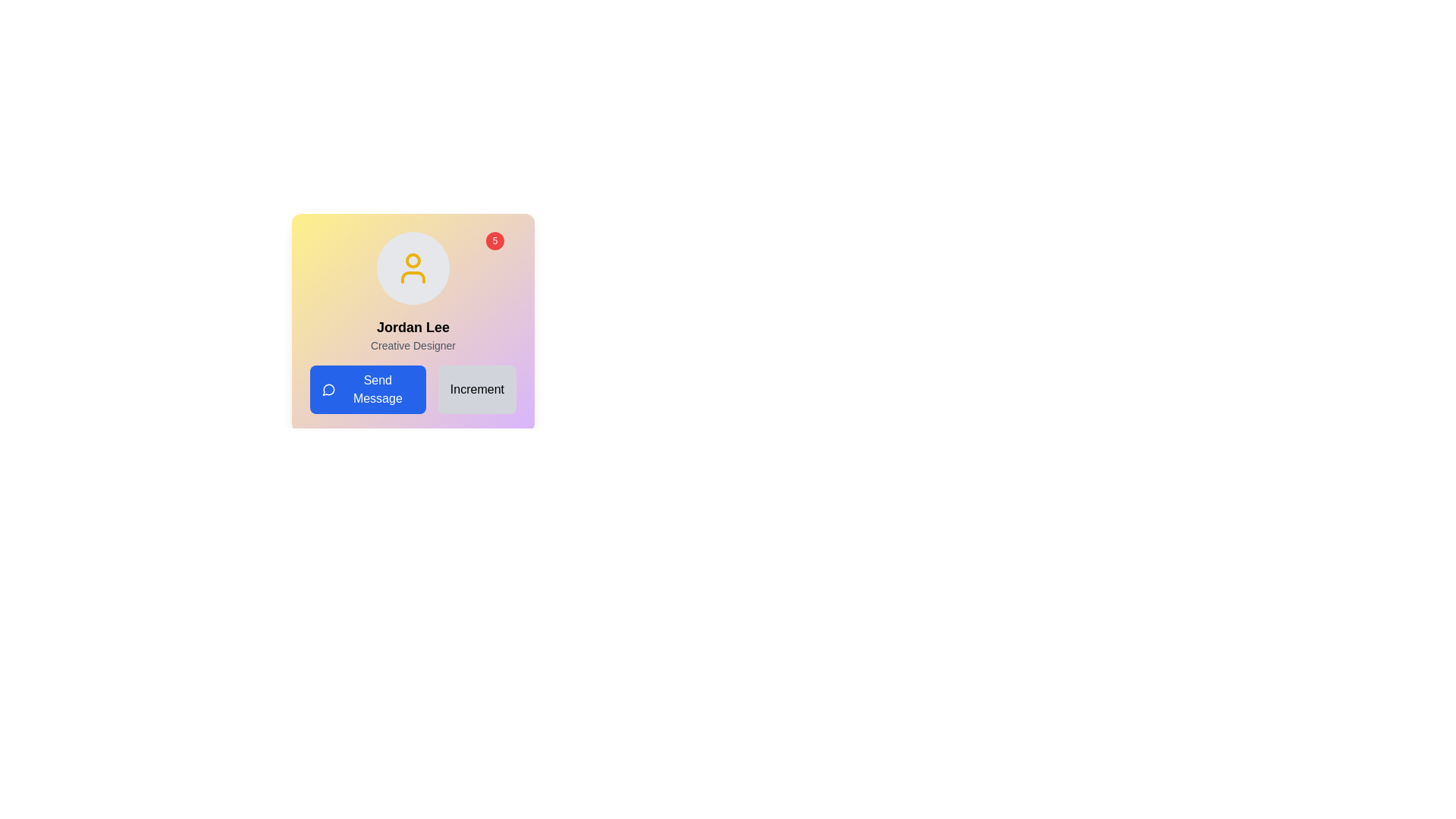  Describe the element at coordinates (494, 240) in the screenshot. I see `the content displayed in the Notification Badge, which is a small red circular element showing the number '5'` at that location.